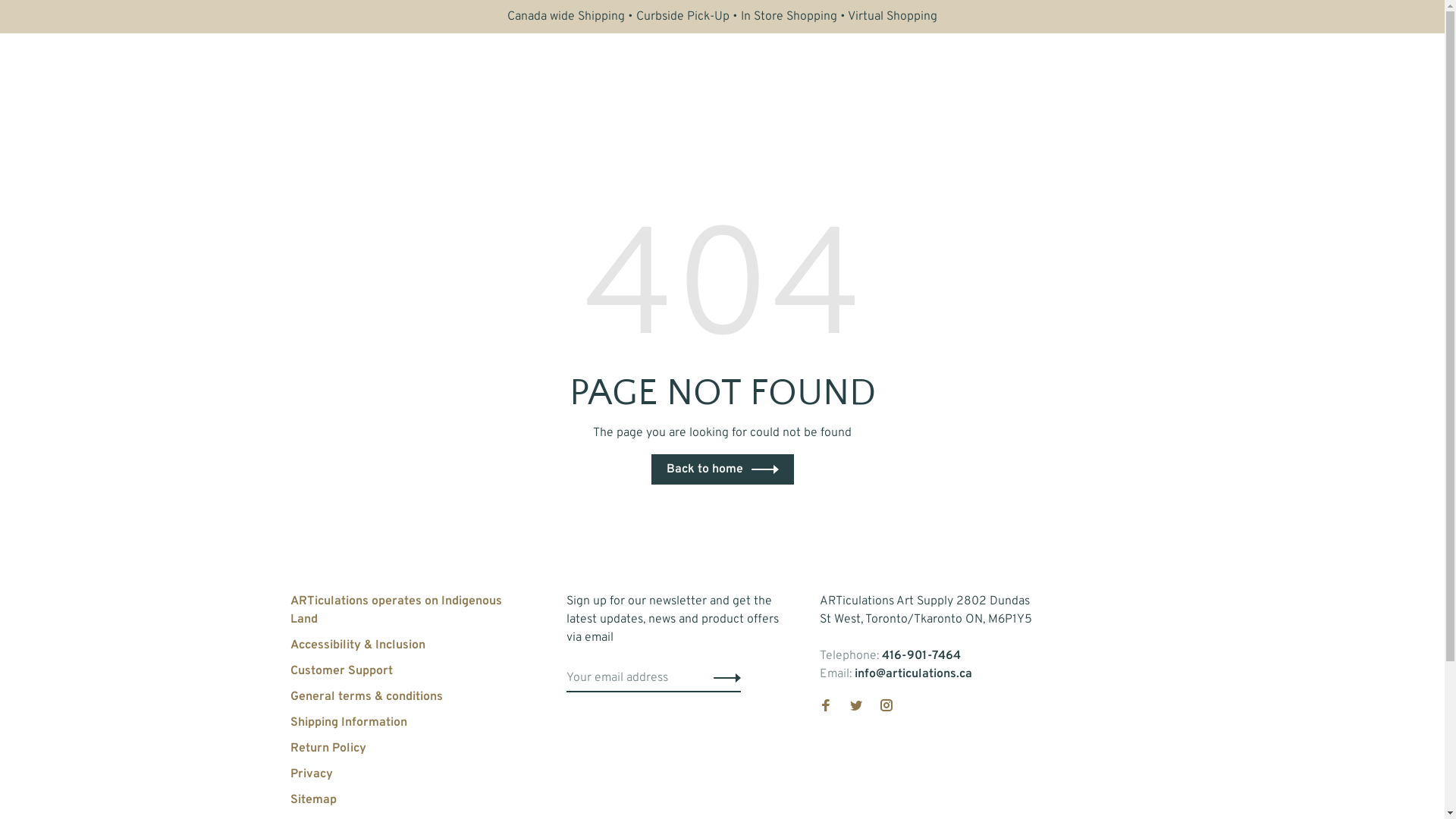  Describe the element at coordinates (366, 696) in the screenshot. I see `'General terms & conditions'` at that location.